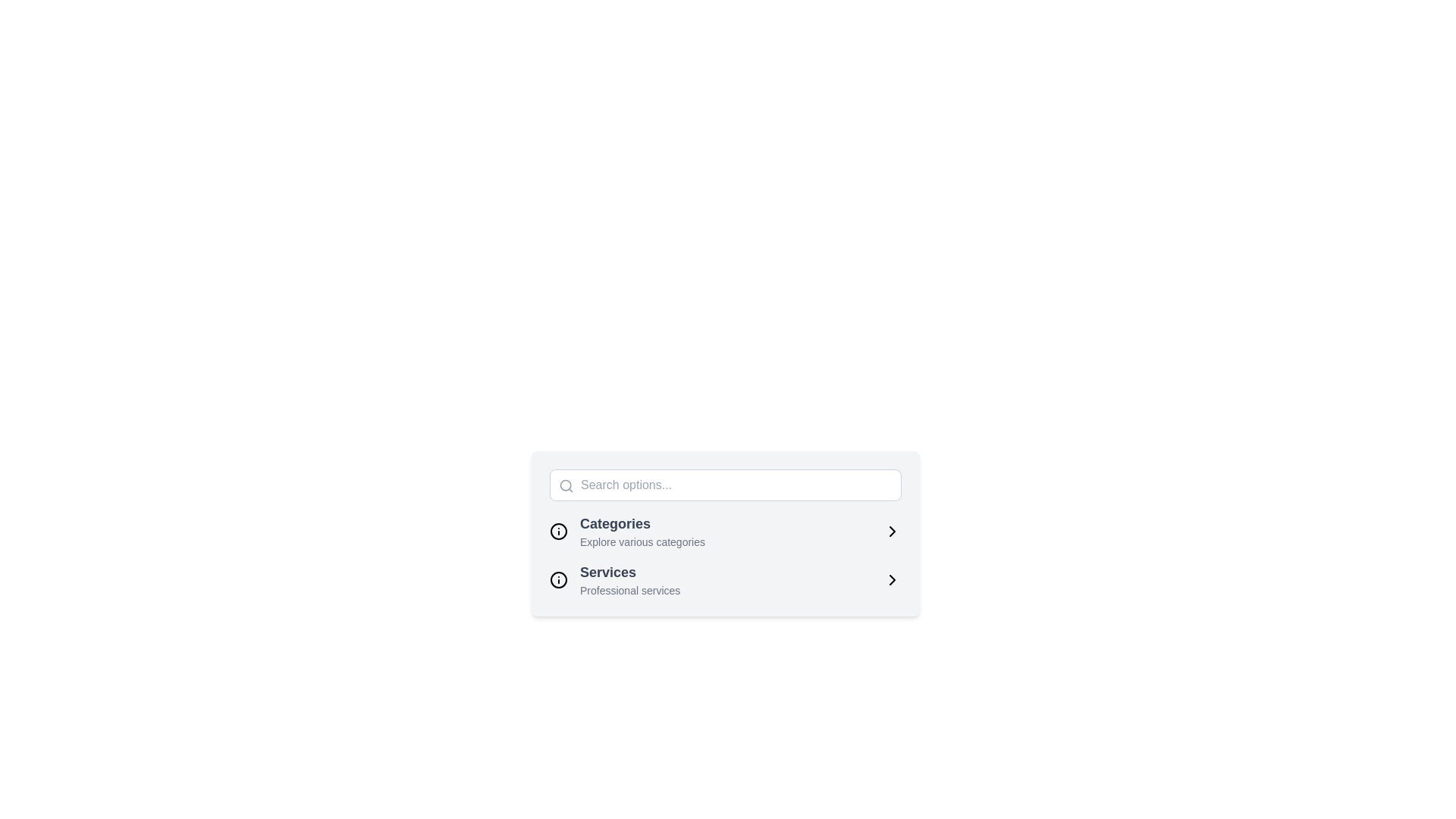  I want to click on the second List Item in the vertical category list, so click(724, 579).